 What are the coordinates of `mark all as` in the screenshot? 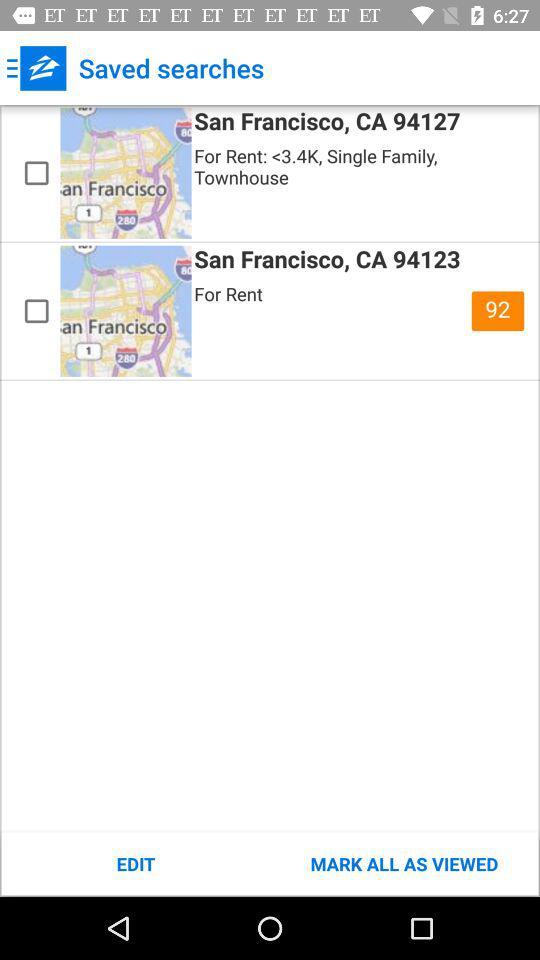 It's located at (404, 863).